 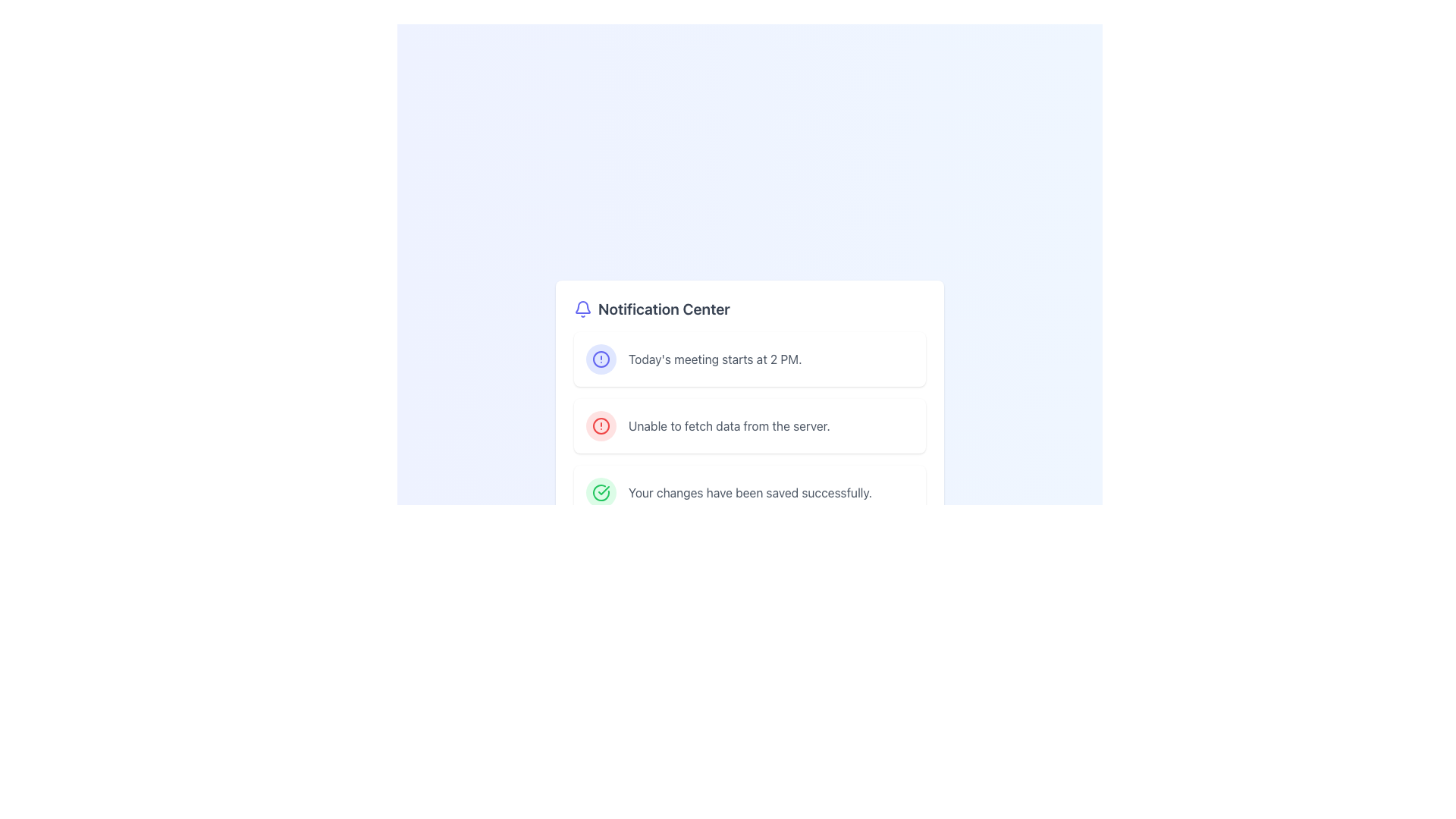 I want to click on the circular graphic icon with a green border located adjacent to the text 'Your changes have been saved successfully' in the rightmost notification item, so click(x=600, y=493).